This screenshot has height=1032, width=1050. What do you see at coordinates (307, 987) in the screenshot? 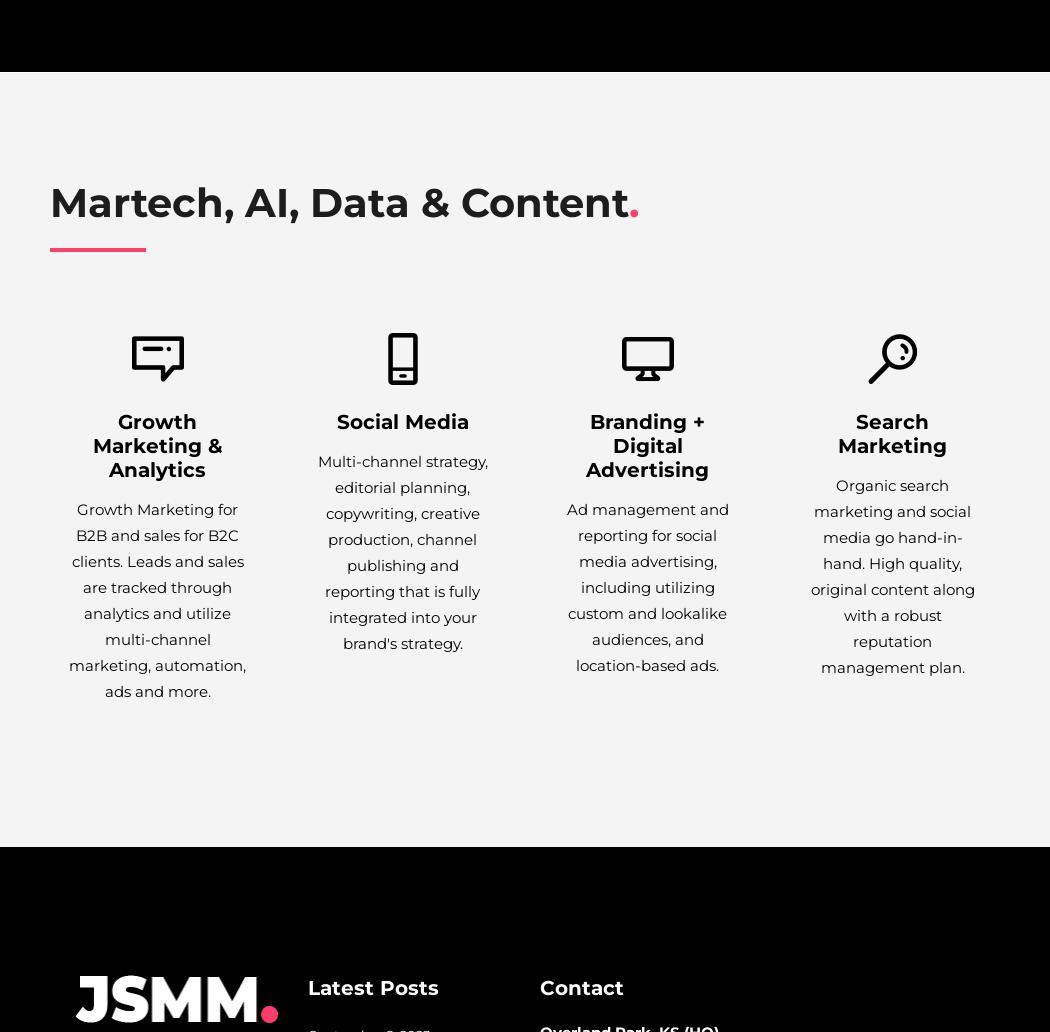
I see `'Latest Posts'` at bounding box center [307, 987].